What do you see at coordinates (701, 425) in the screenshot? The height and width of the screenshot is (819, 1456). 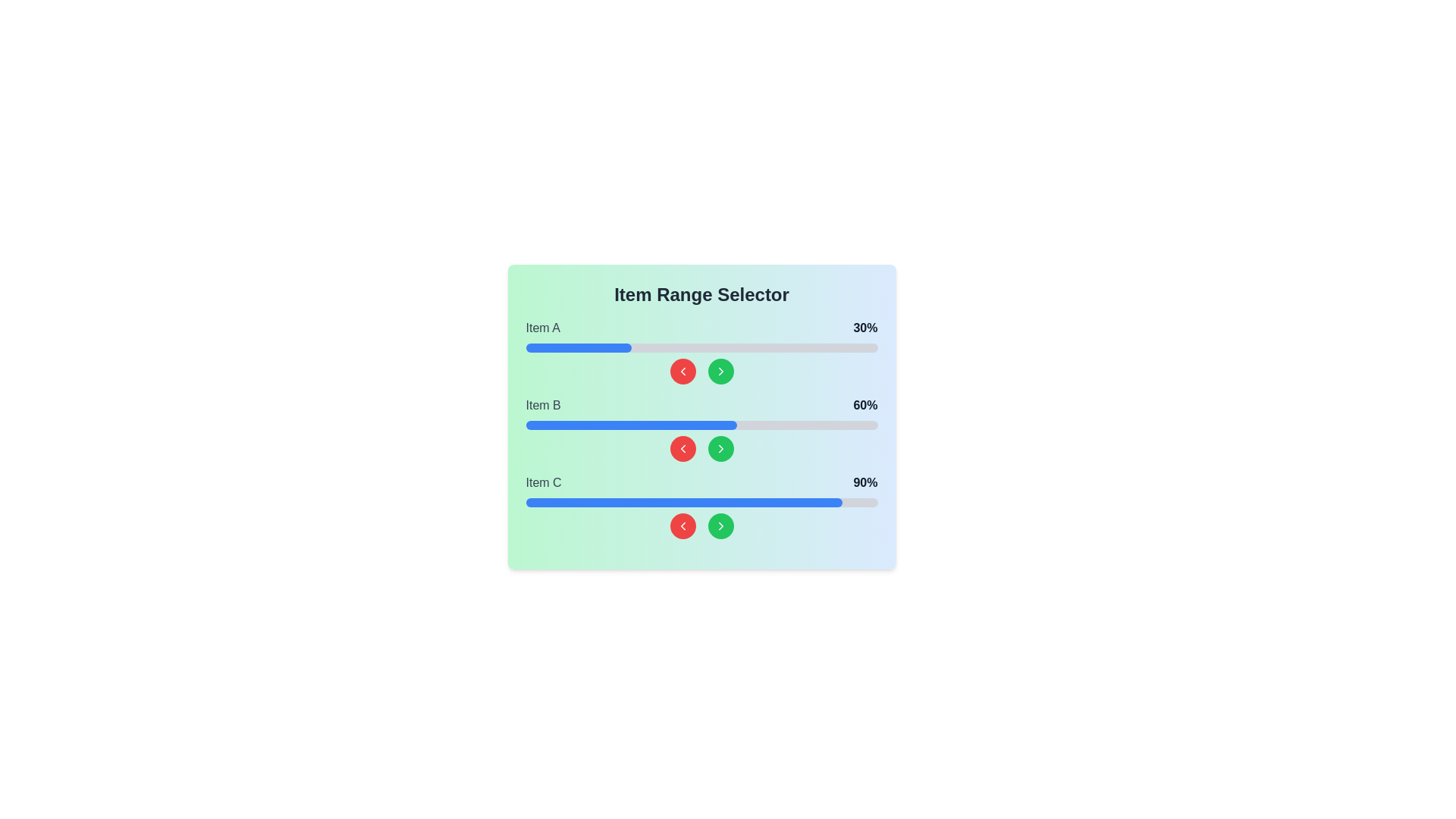 I see `the second progress bar located below the 'Item B' label, which has a gray background and a blue indicator filling 60%` at bounding box center [701, 425].